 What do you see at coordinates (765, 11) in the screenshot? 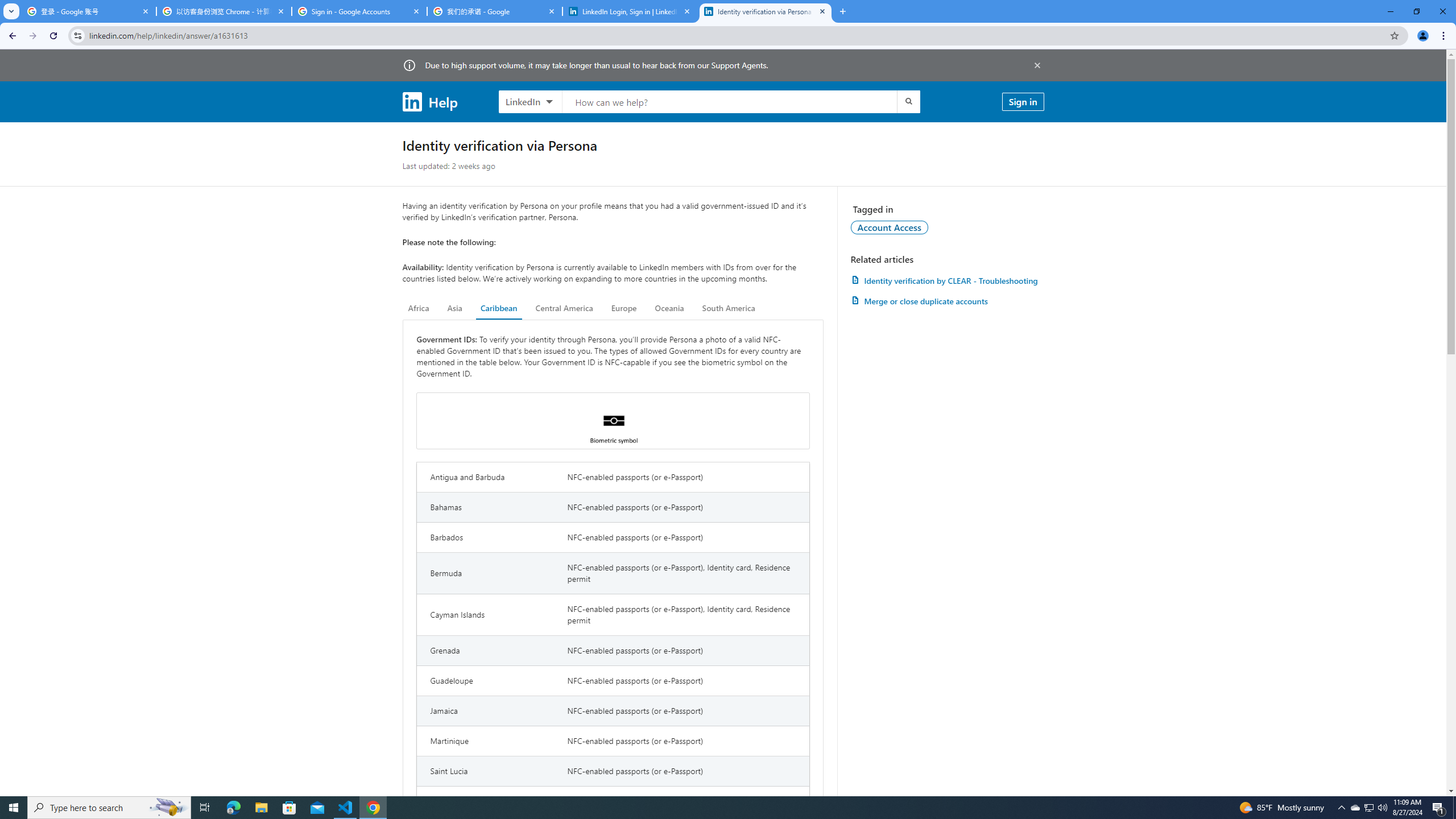
I see `'Identity verification via Persona | LinkedIn Help'` at bounding box center [765, 11].